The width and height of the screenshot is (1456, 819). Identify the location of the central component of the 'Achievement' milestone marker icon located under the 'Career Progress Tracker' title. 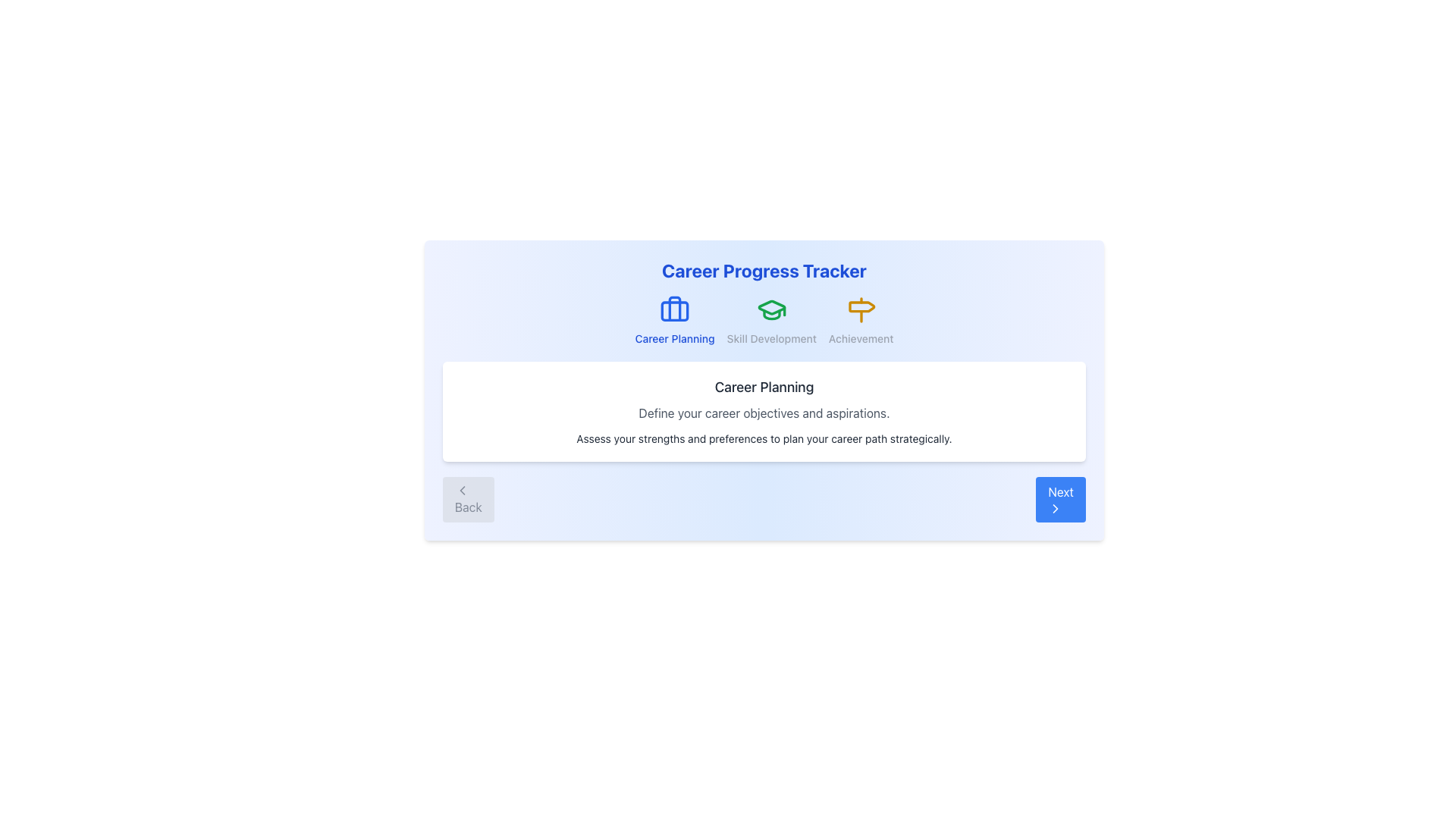
(861, 306).